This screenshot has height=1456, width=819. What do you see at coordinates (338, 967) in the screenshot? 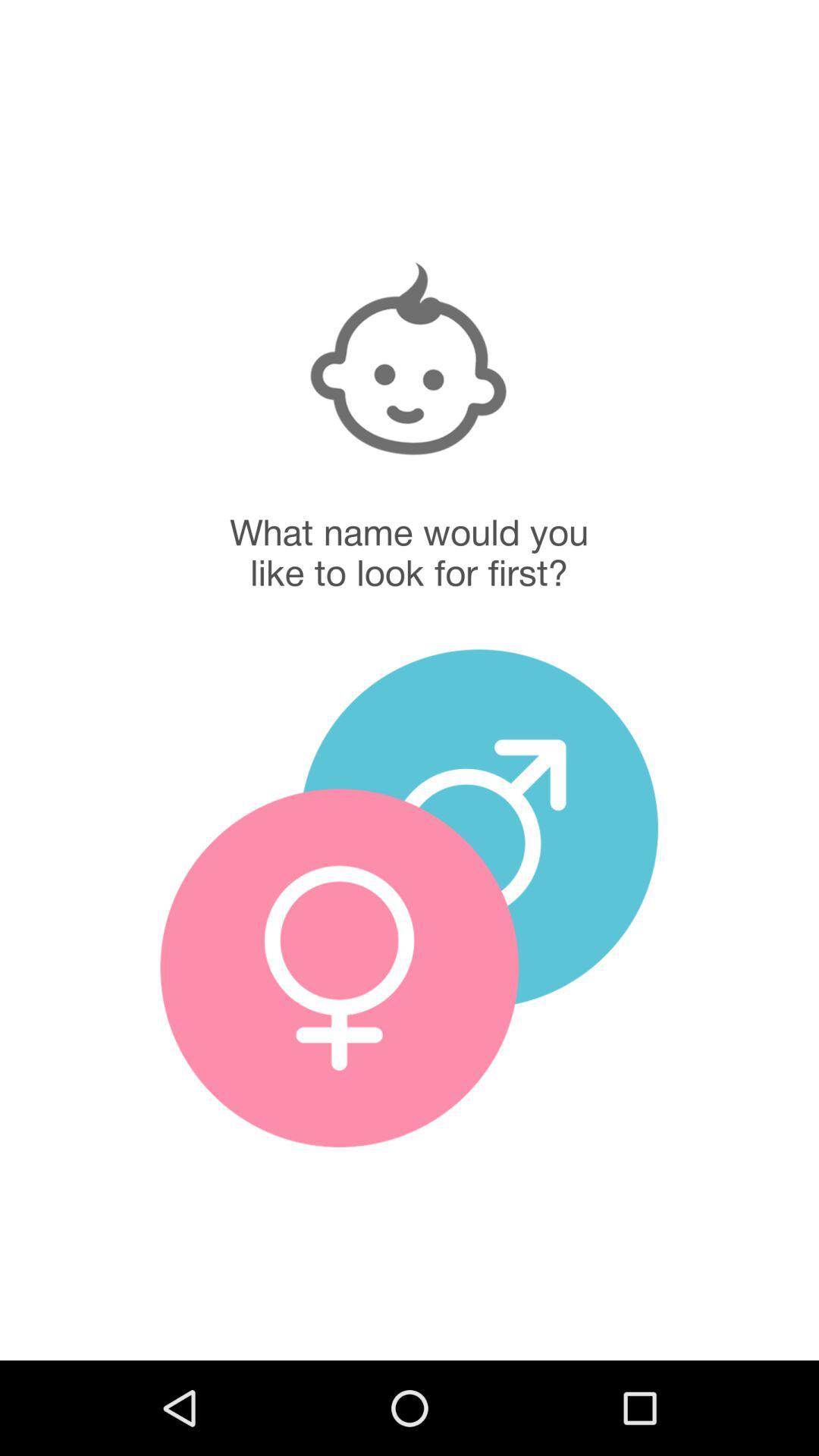
I see `girl` at bounding box center [338, 967].